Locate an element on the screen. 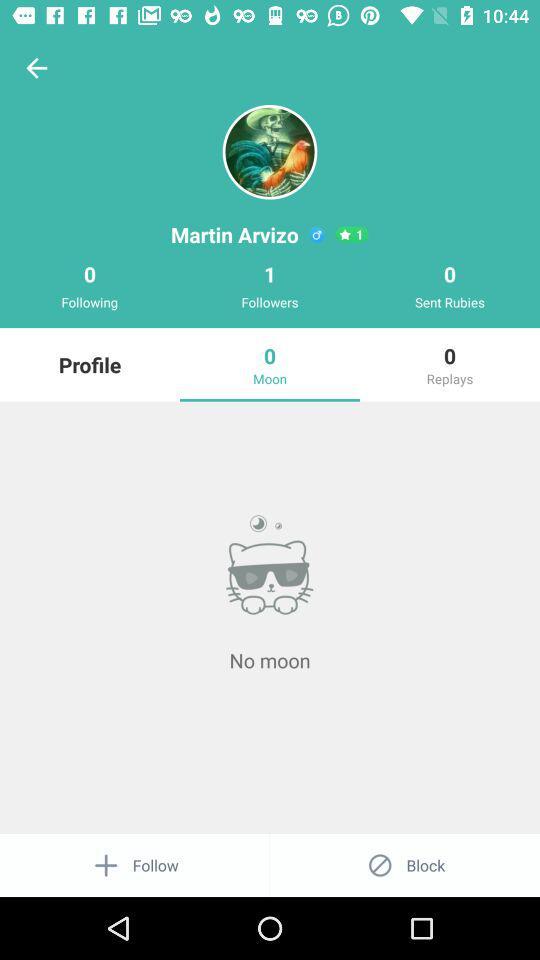  the avatar icon is located at coordinates (270, 151).